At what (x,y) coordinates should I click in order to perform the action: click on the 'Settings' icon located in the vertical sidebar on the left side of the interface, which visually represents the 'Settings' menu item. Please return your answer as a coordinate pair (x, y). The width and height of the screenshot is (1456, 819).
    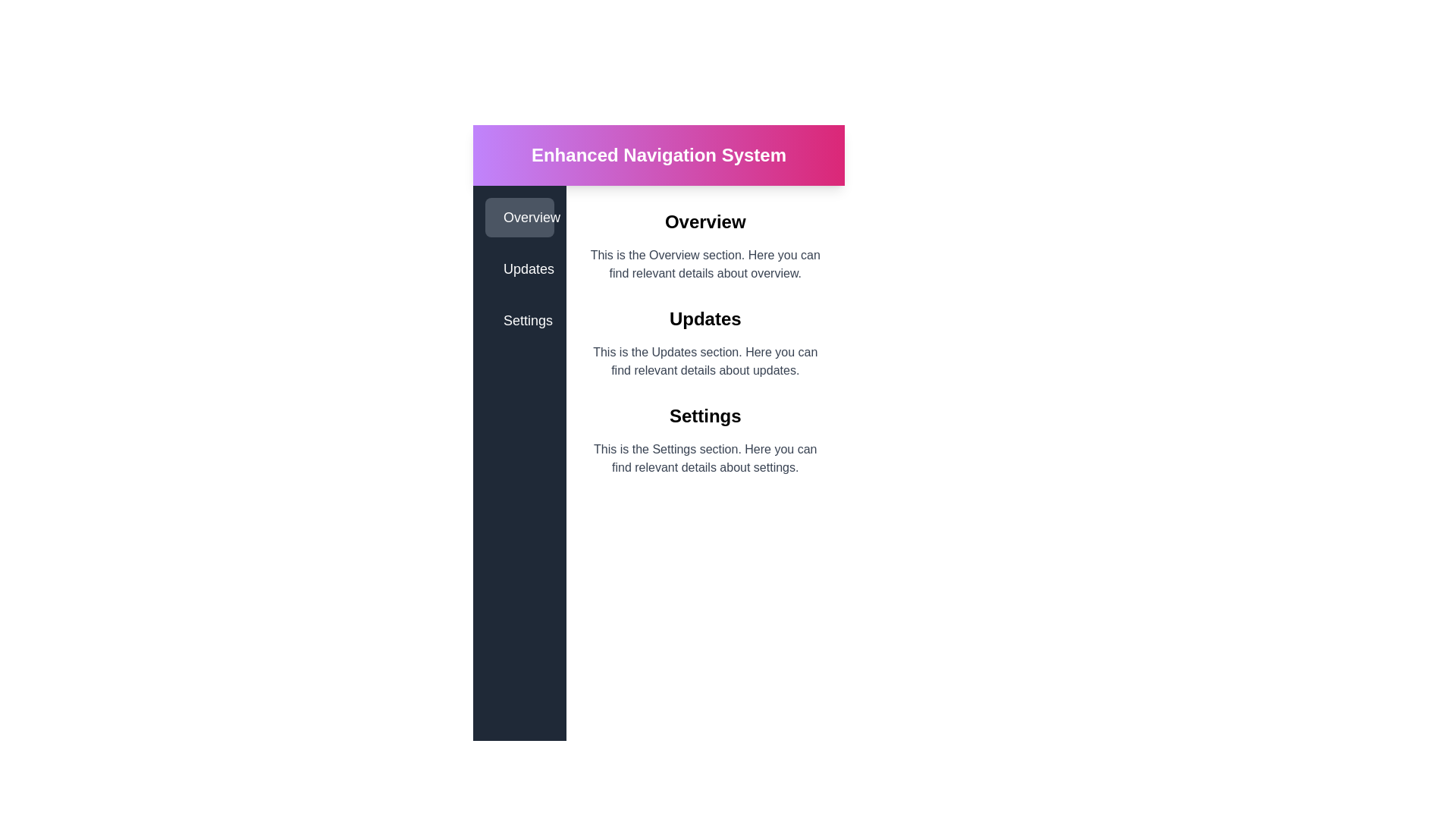
    Looking at the image, I should click on (503, 320).